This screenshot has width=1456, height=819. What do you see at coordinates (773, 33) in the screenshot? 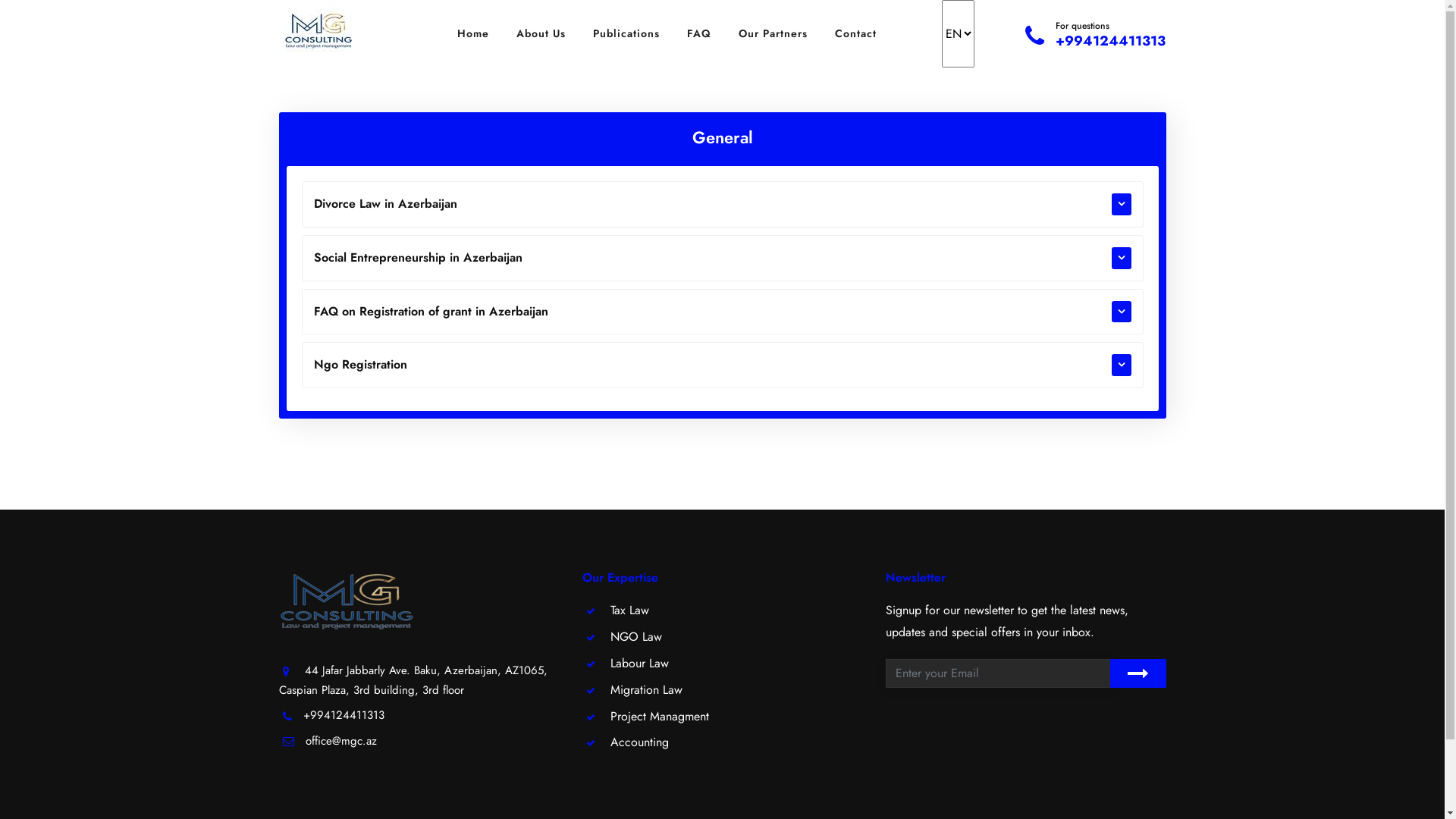
I see `'Our Partners'` at bounding box center [773, 33].